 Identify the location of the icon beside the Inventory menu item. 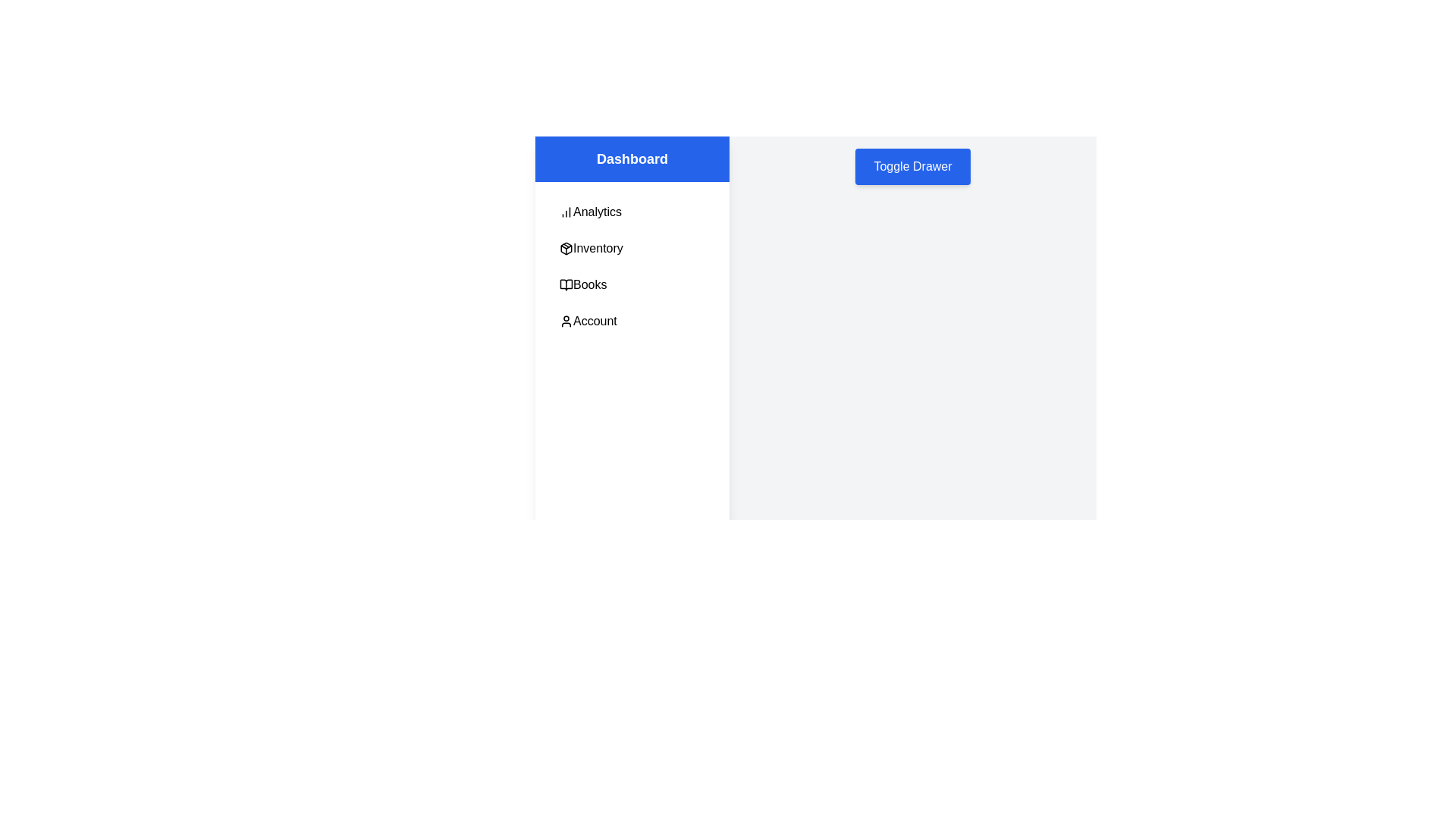
(566, 247).